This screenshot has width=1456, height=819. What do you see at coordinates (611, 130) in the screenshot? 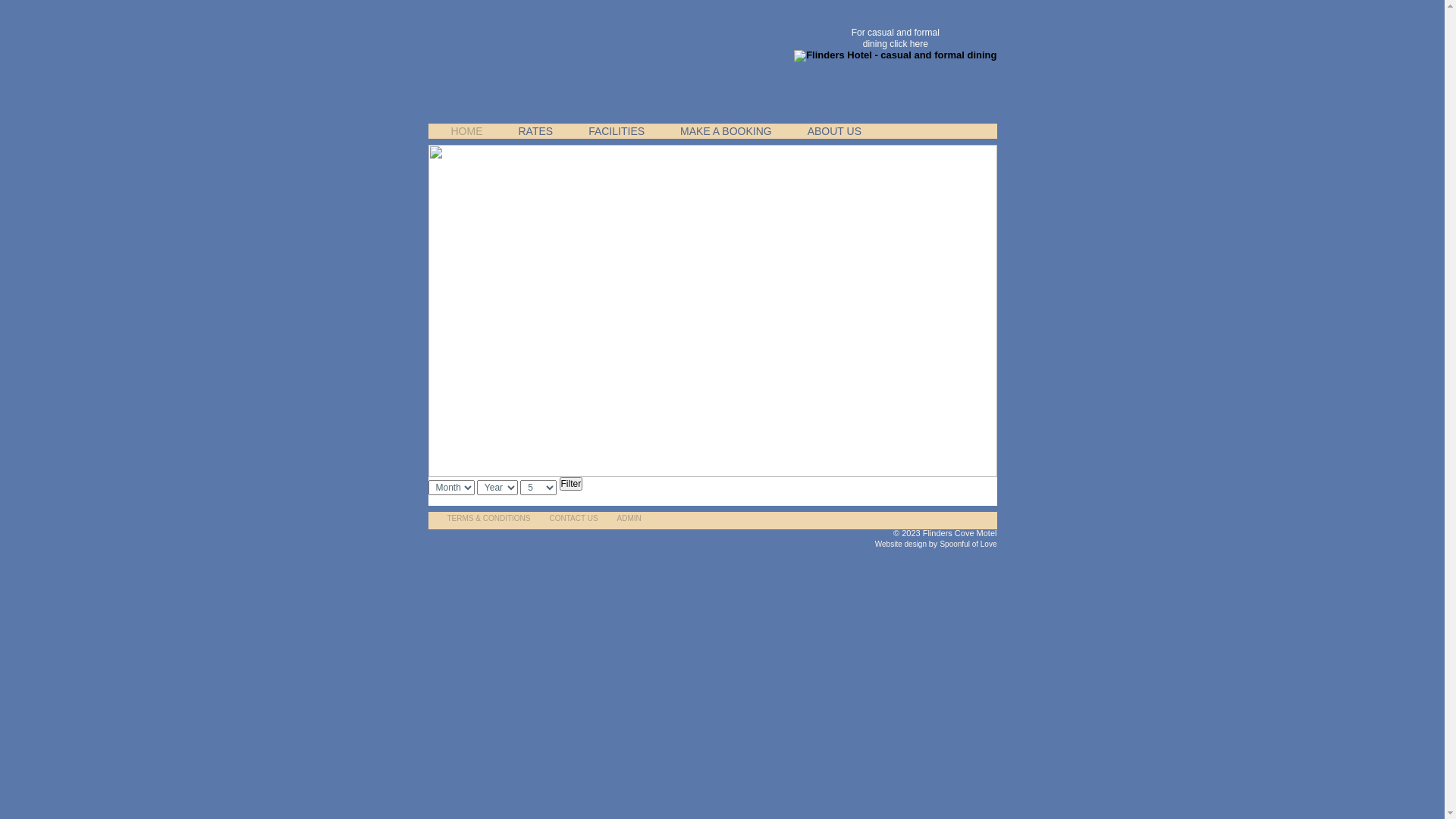
I see `'FACILITIES'` at bounding box center [611, 130].